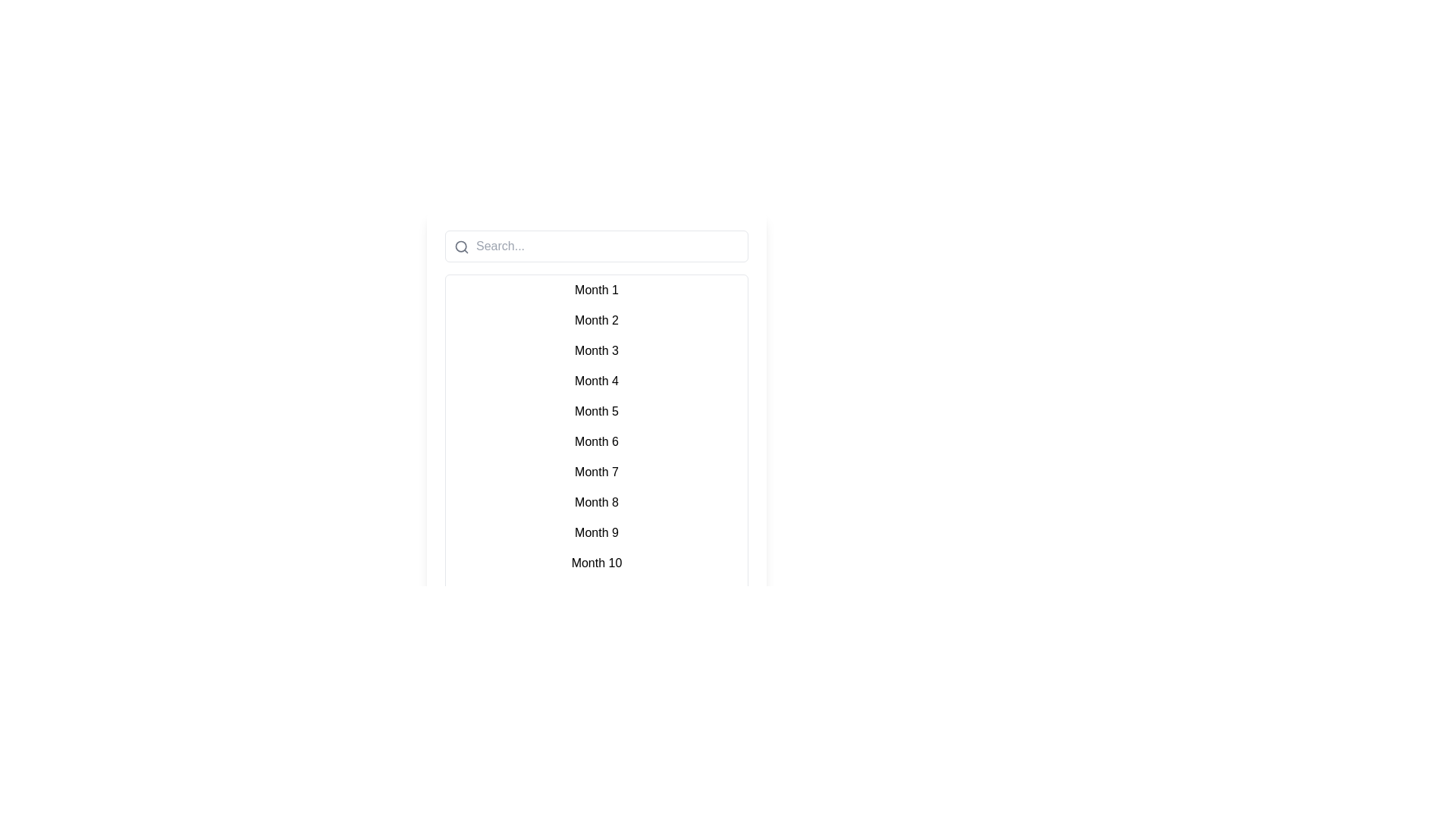 Image resolution: width=1456 pixels, height=819 pixels. I want to click on the text label 'Month 7' which is part of a vertically aligned list of months, displayed in bold black font on a white background, so click(596, 472).